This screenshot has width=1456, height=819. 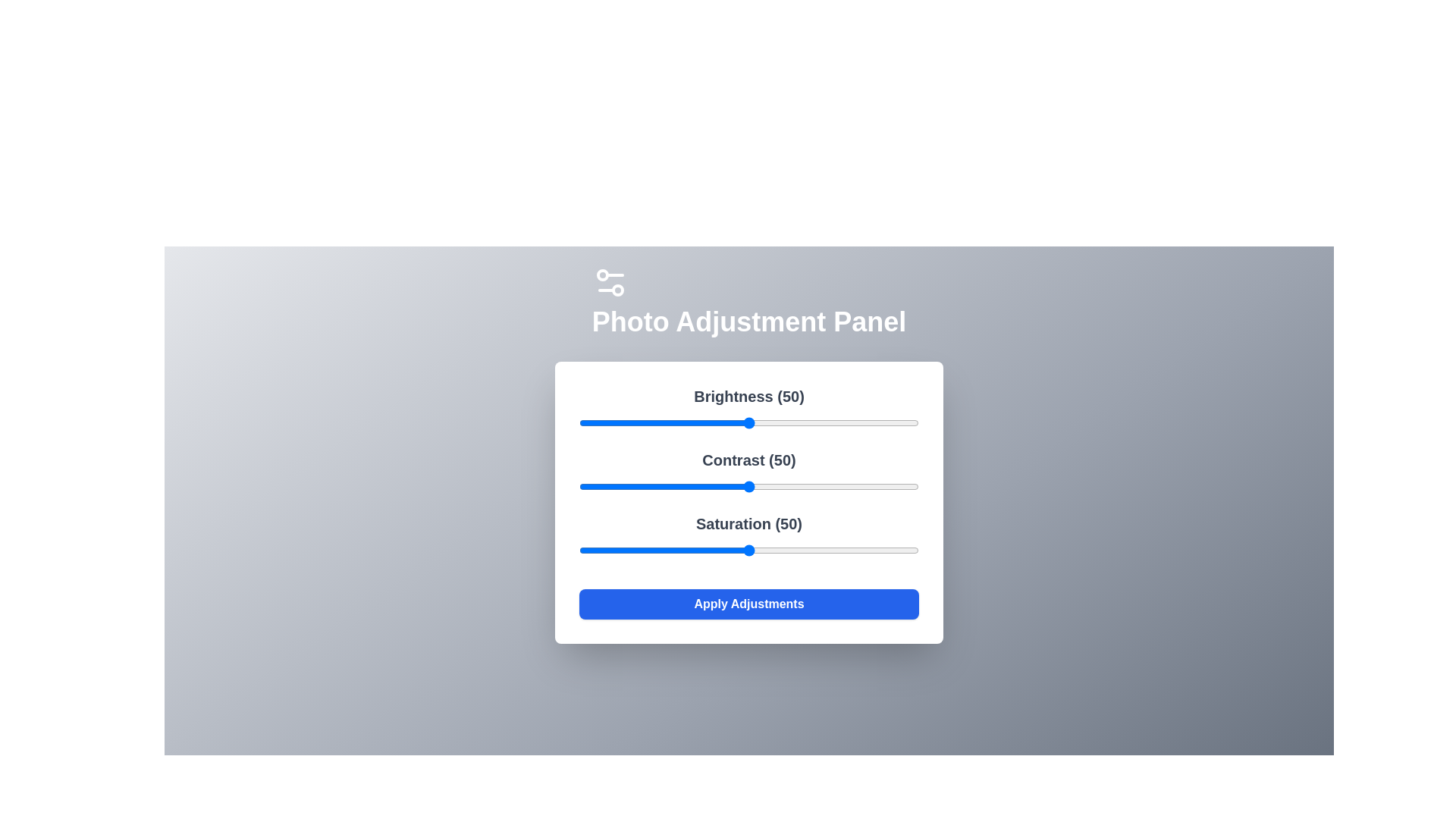 I want to click on the 0 slider to 81, so click(x=854, y=423).